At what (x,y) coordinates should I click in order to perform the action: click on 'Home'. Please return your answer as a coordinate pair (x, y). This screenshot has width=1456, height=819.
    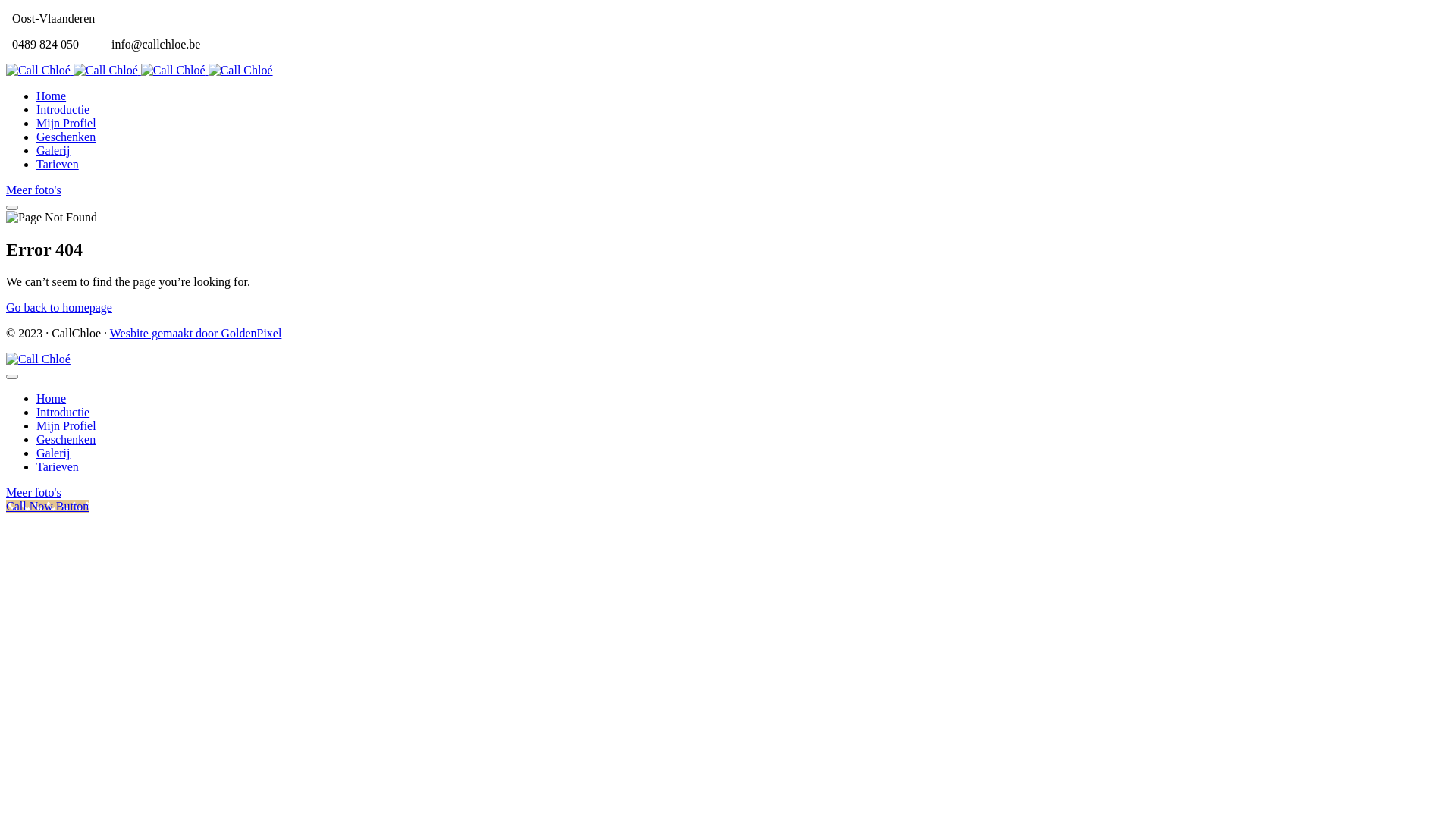
    Looking at the image, I should click on (36, 96).